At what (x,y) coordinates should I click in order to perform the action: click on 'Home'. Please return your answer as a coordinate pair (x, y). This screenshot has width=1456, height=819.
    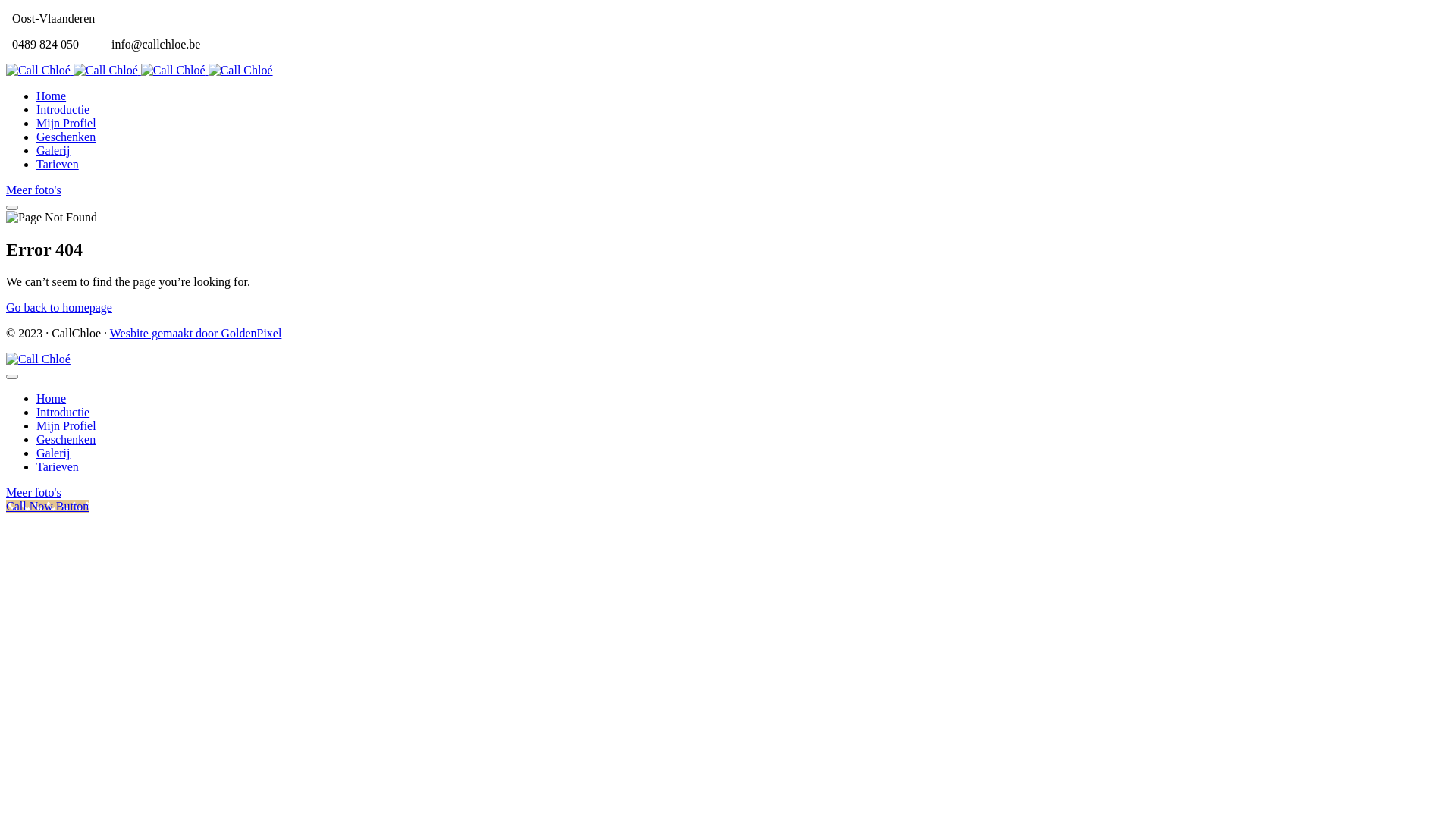
    Looking at the image, I should click on (36, 96).